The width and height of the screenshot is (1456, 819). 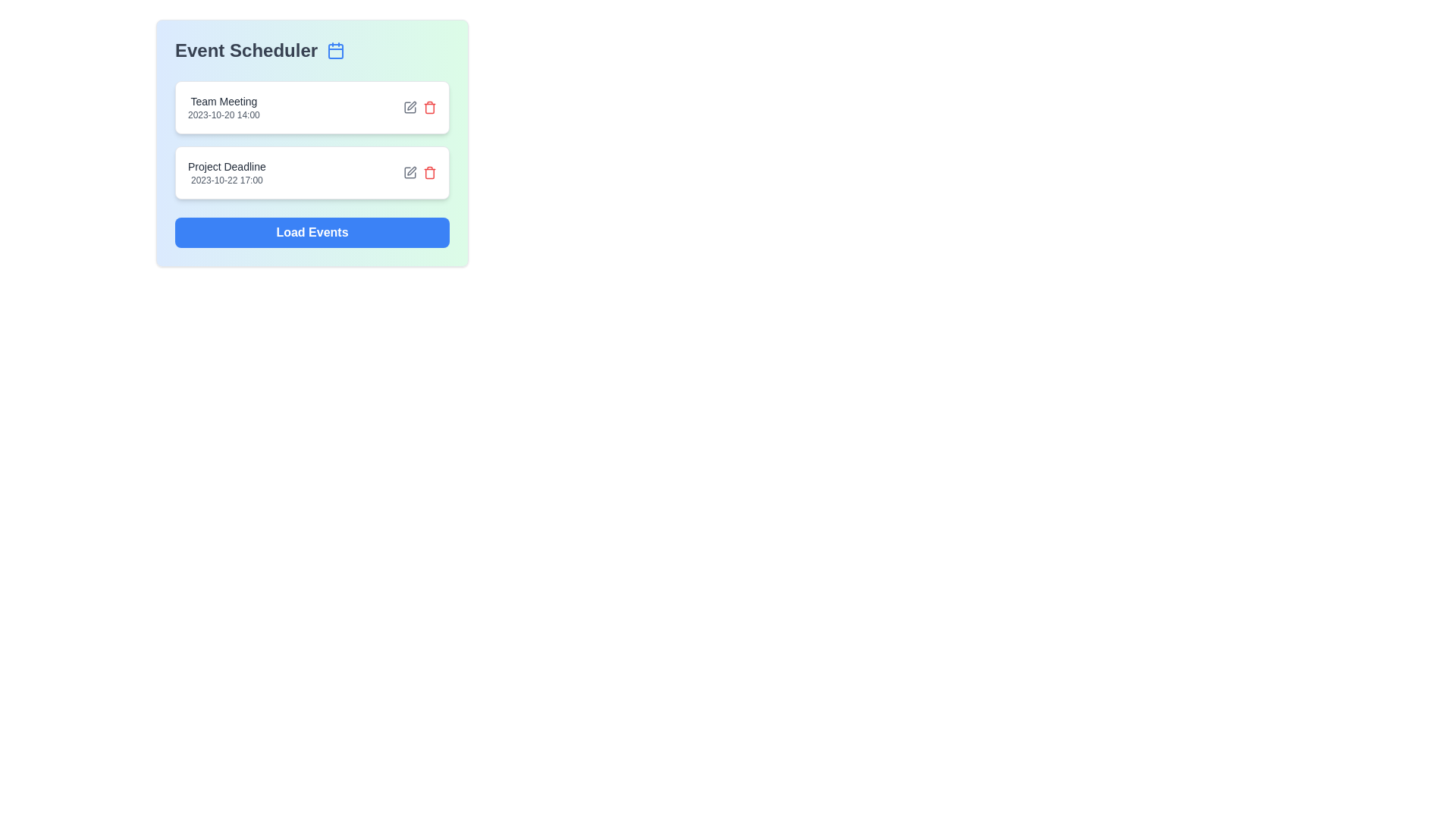 What do you see at coordinates (410, 171) in the screenshot?
I see `the Edit Functionality icon located to the left of the trash bin icon in the Project Deadline section to initiate editing the event details` at bounding box center [410, 171].